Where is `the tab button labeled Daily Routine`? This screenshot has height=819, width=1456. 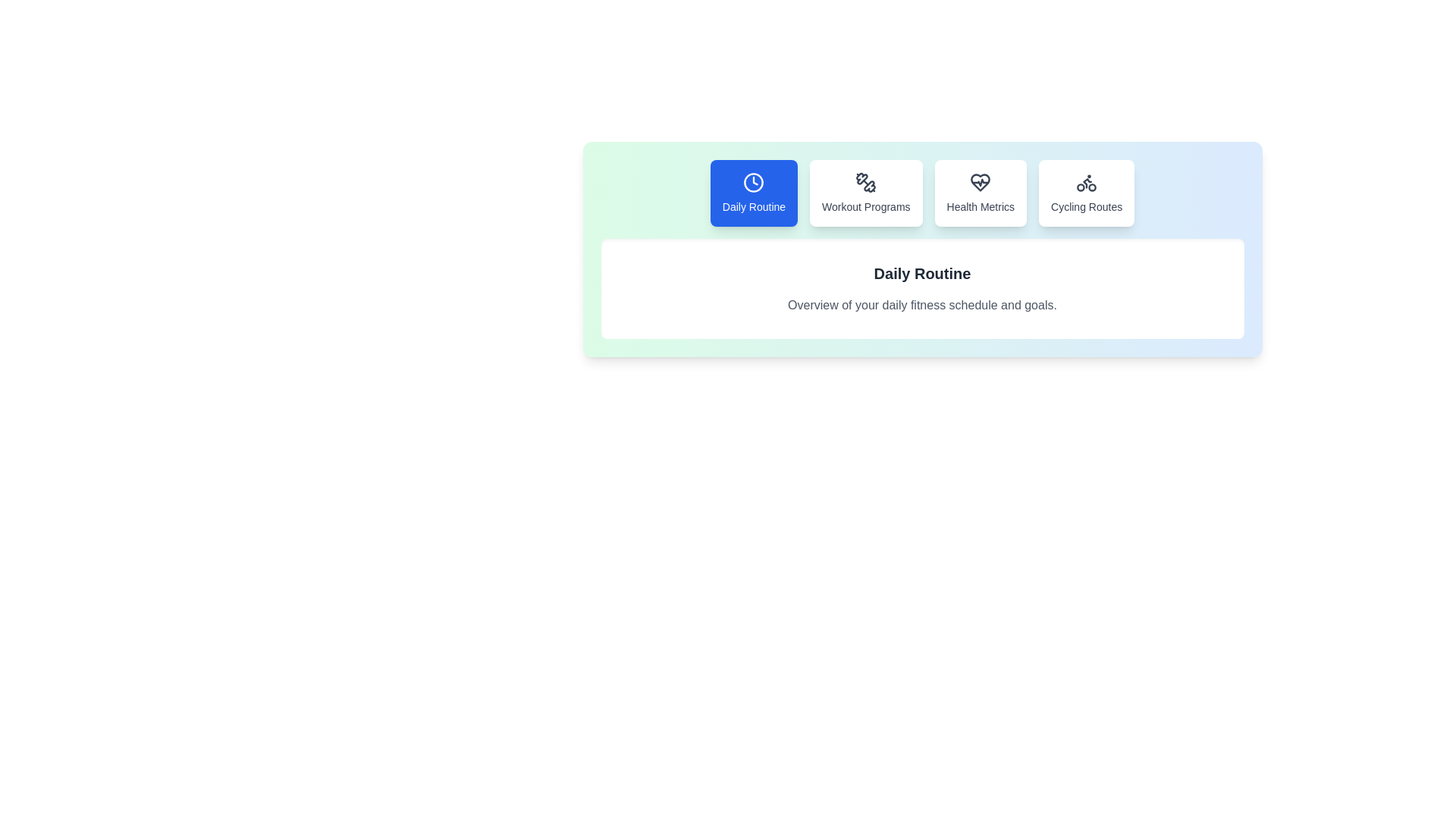
the tab button labeled Daily Routine is located at coordinates (754, 192).